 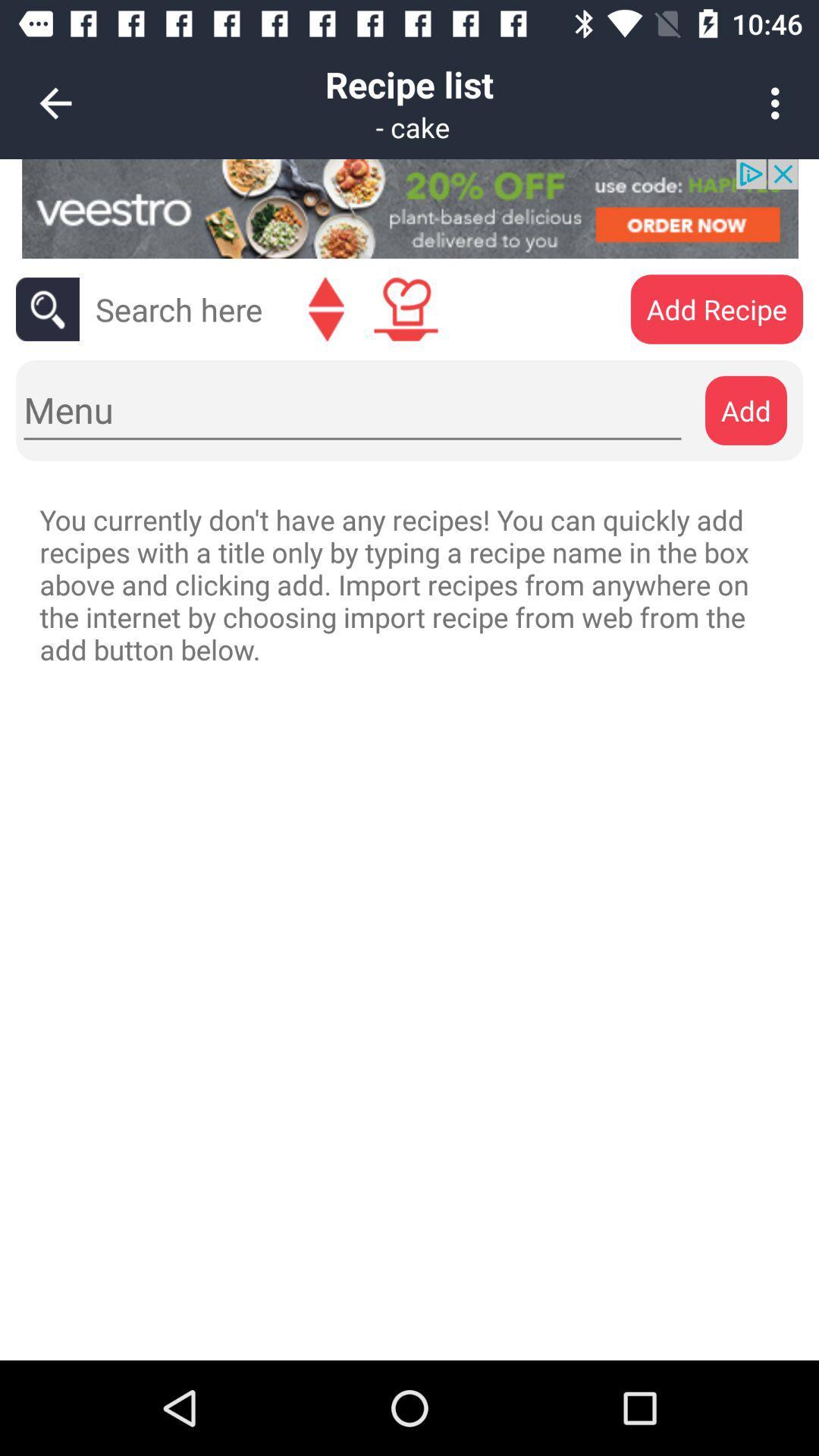 I want to click on go back, so click(x=325, y=309).